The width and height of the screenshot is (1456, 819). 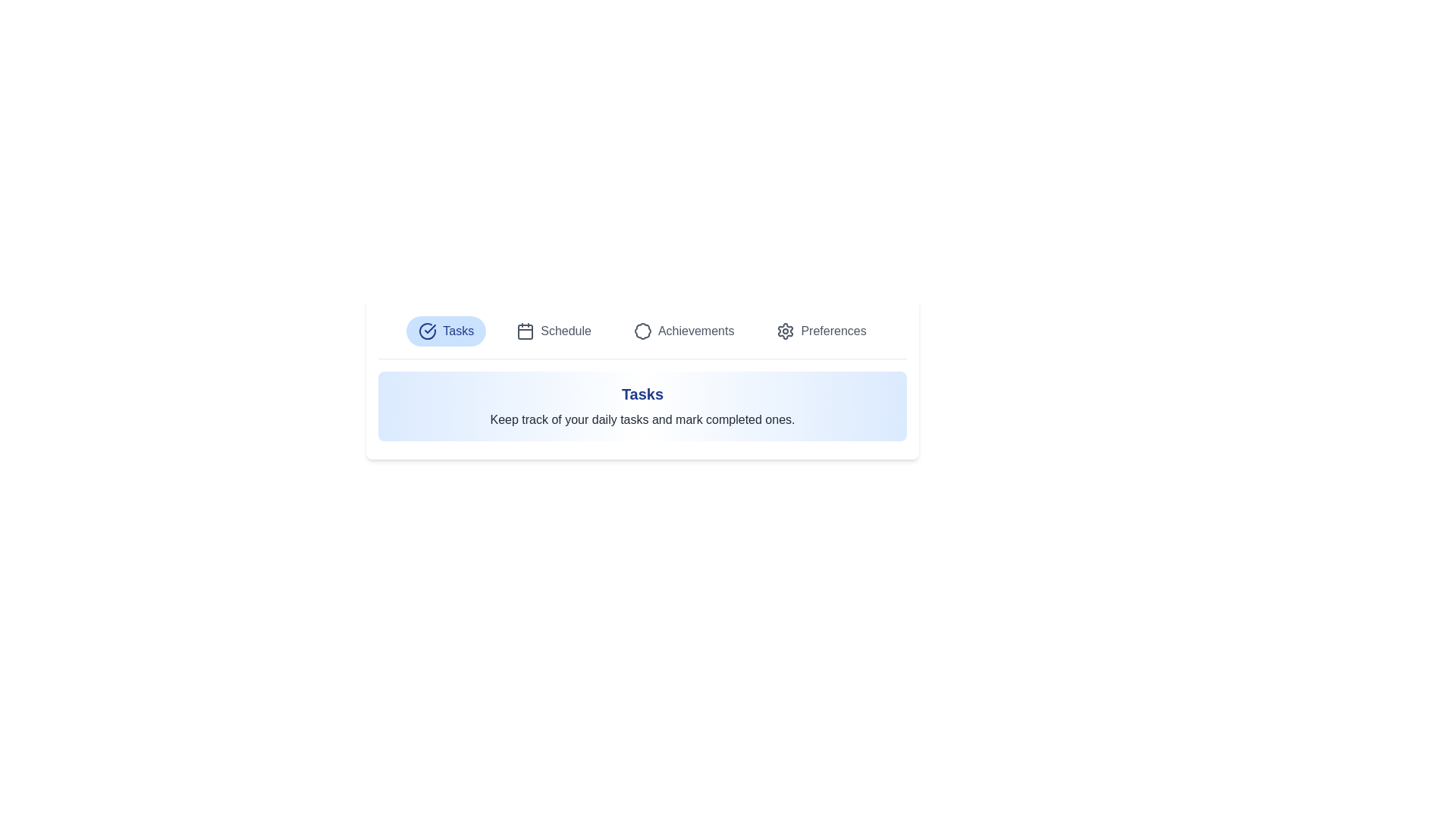 I want to click on the 'Tasks' tab in the Horizontal Navigation Bar, so click(x=642, y=337).